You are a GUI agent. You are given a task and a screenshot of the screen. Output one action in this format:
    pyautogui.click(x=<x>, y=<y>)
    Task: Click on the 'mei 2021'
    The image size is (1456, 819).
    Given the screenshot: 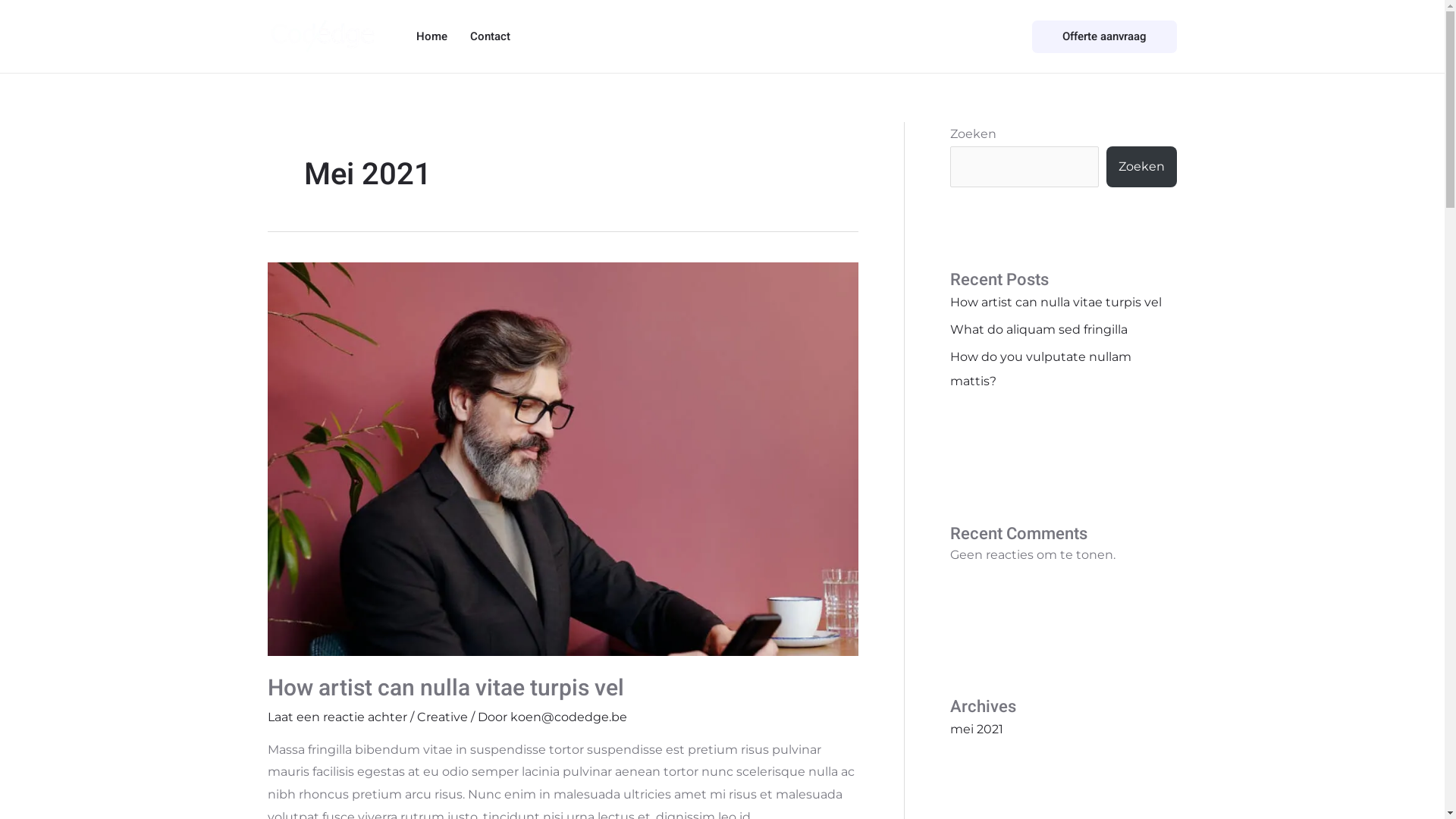 What is the action you would take?
    pyautogui.click(x=975, y=728)
    